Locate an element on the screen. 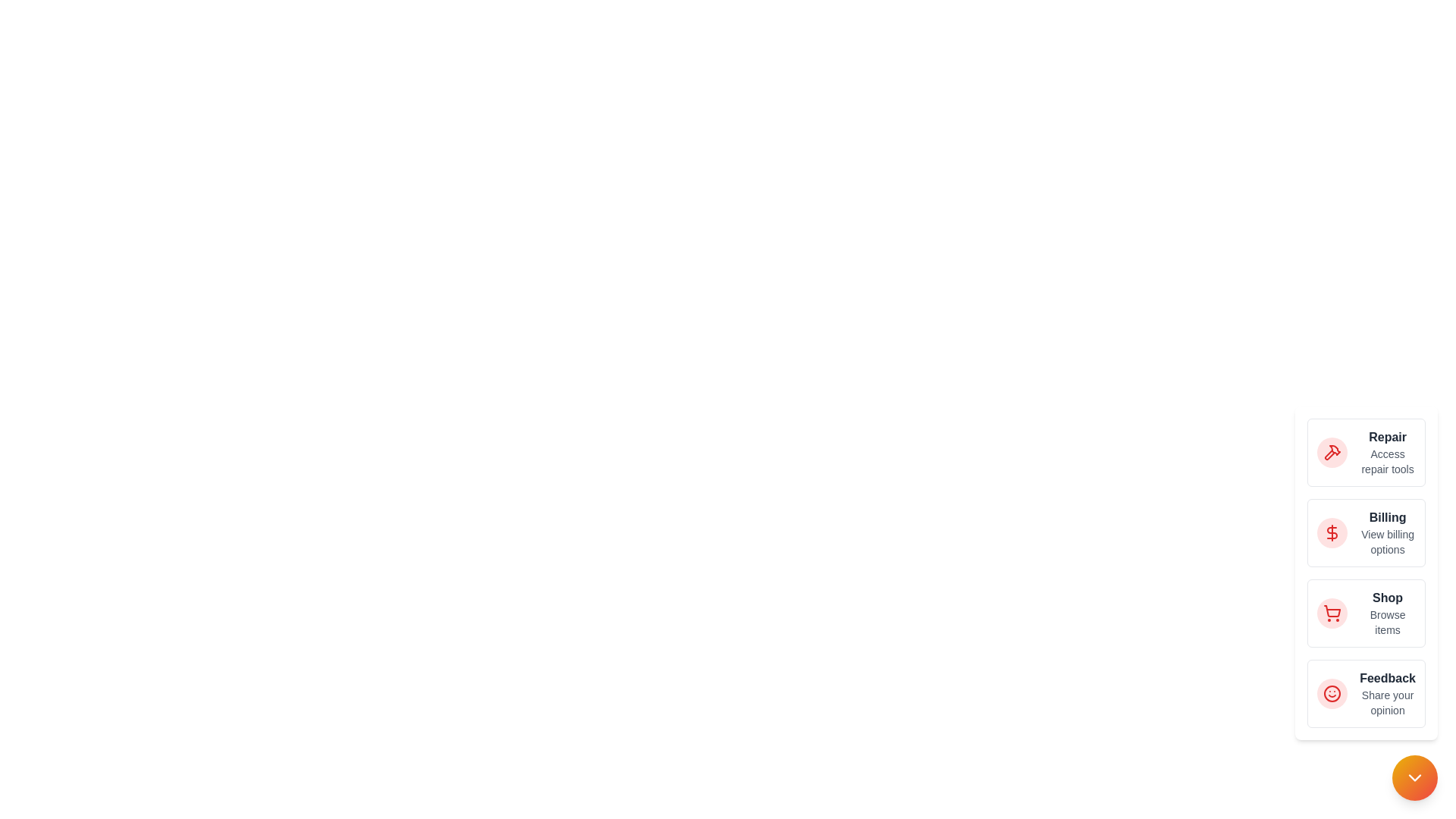  the toggle button to open or close the speed dial menu is located at coordinates (1414, 778).